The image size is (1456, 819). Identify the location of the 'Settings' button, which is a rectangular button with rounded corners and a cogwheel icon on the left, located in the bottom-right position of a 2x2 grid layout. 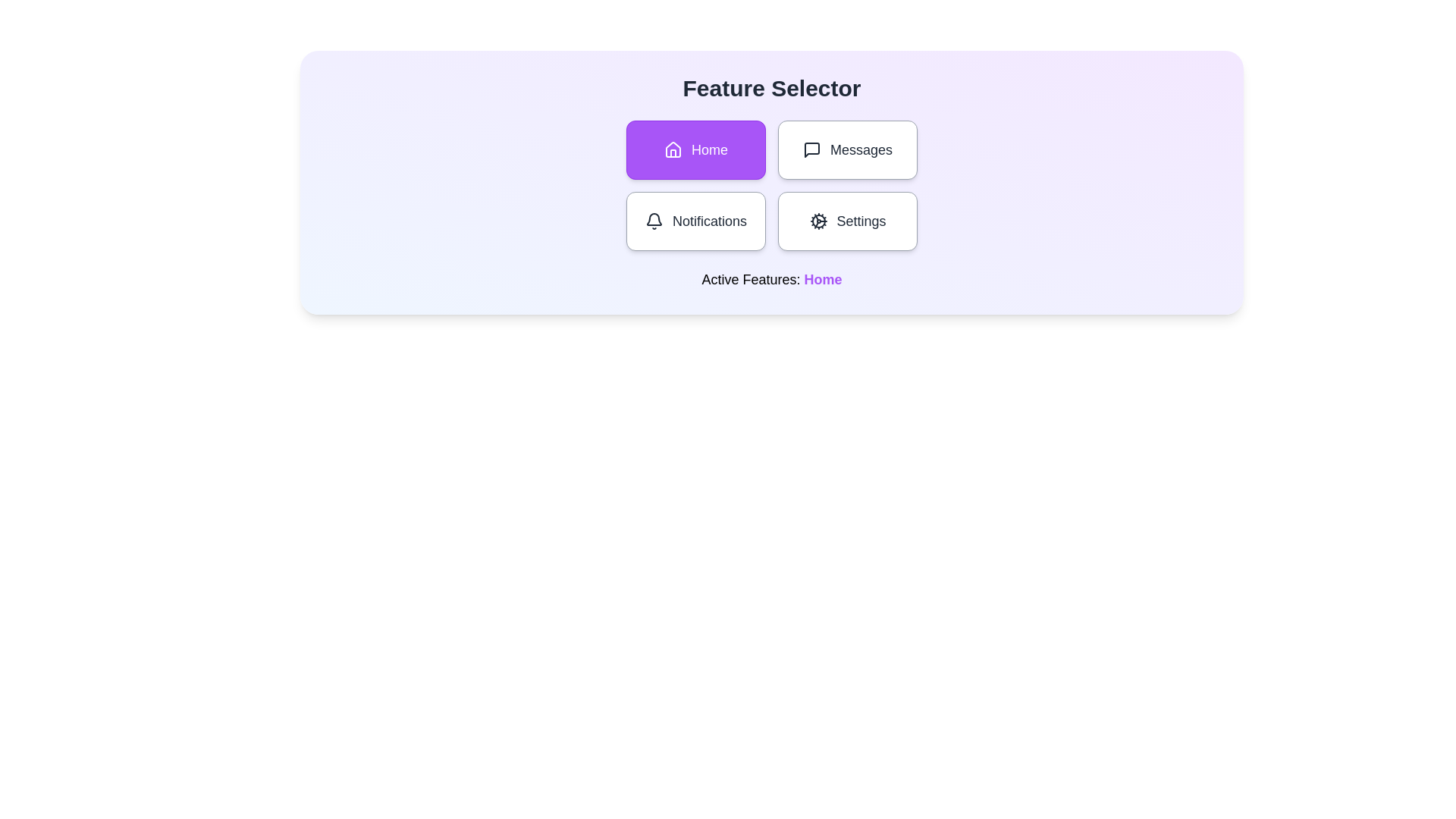
(847, 221).